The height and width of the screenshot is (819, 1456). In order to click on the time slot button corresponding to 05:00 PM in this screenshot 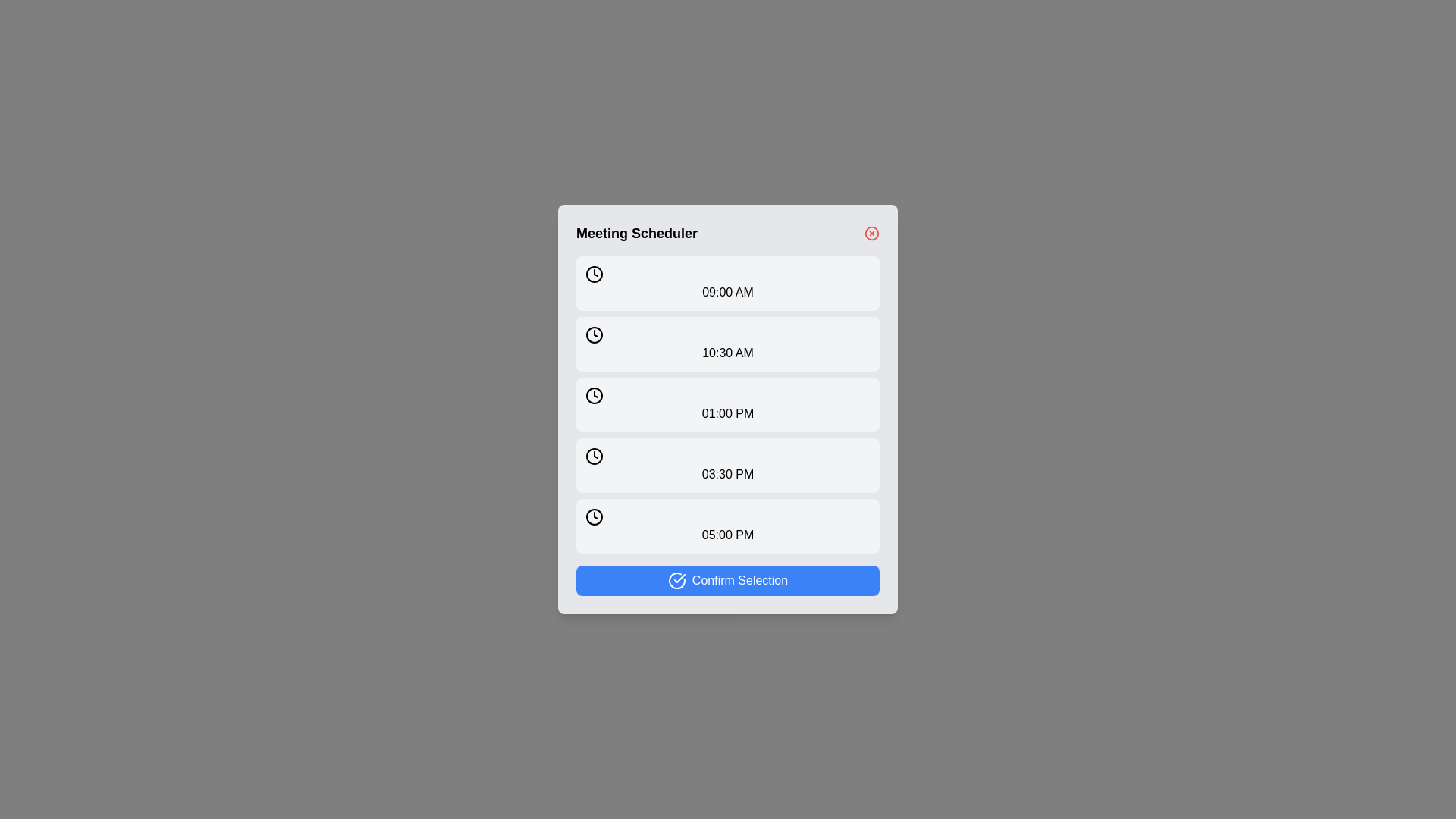, I will do `click(728, 526)`.